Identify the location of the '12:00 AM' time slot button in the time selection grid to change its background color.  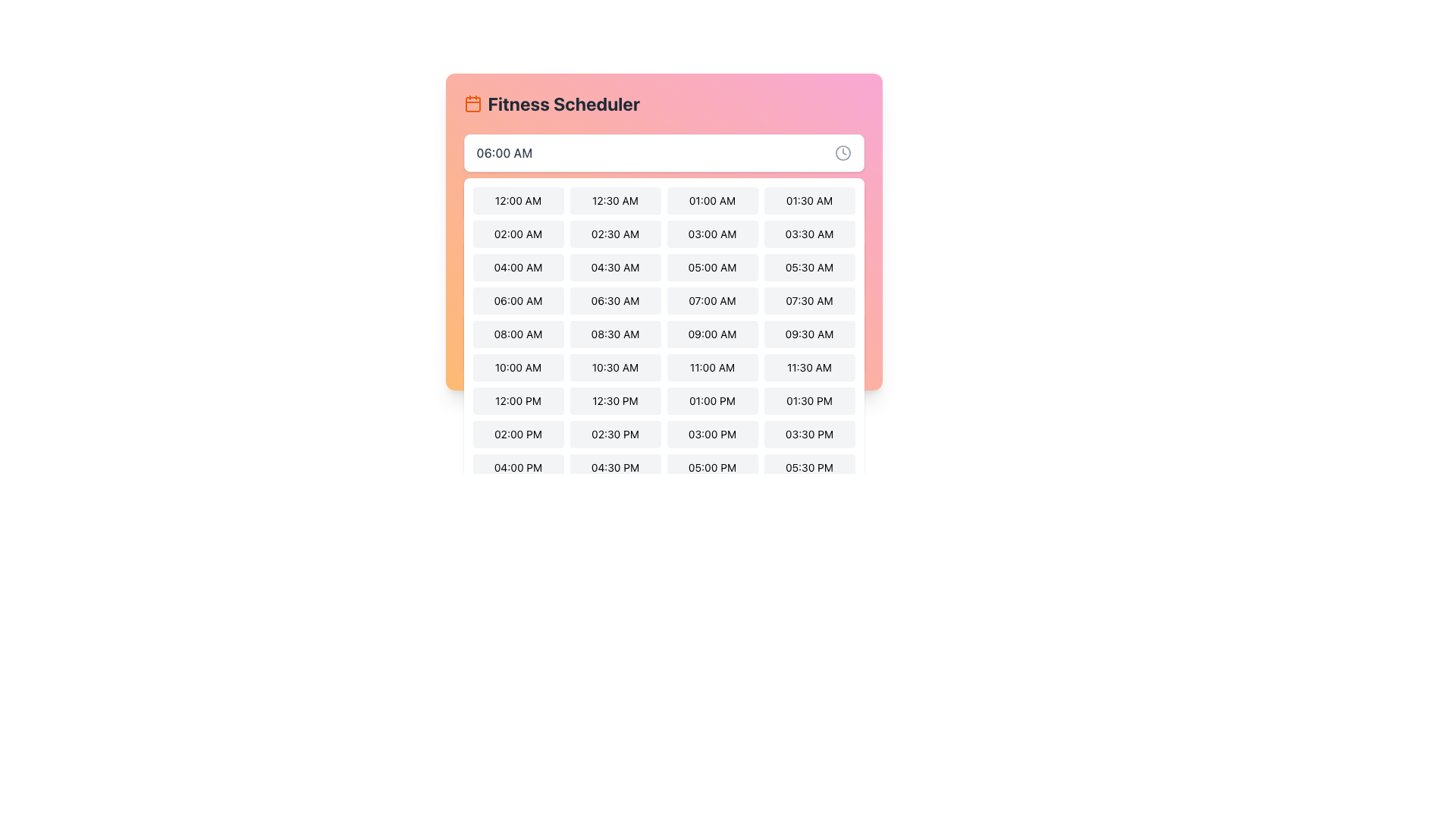
(518, 200).